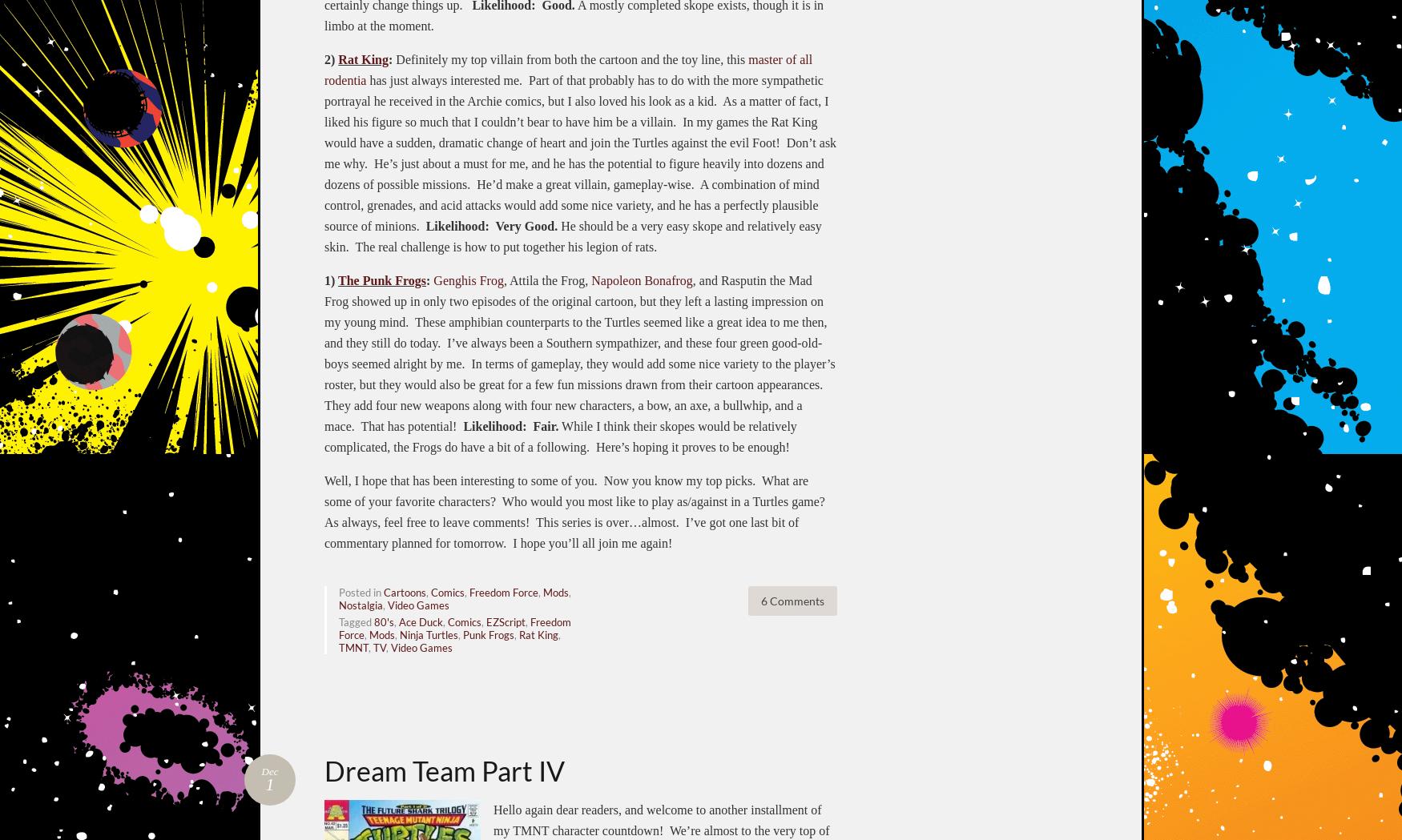 The image size is (1402, 840). I want to click on 'The Punk Frogs', so click(382, 279).